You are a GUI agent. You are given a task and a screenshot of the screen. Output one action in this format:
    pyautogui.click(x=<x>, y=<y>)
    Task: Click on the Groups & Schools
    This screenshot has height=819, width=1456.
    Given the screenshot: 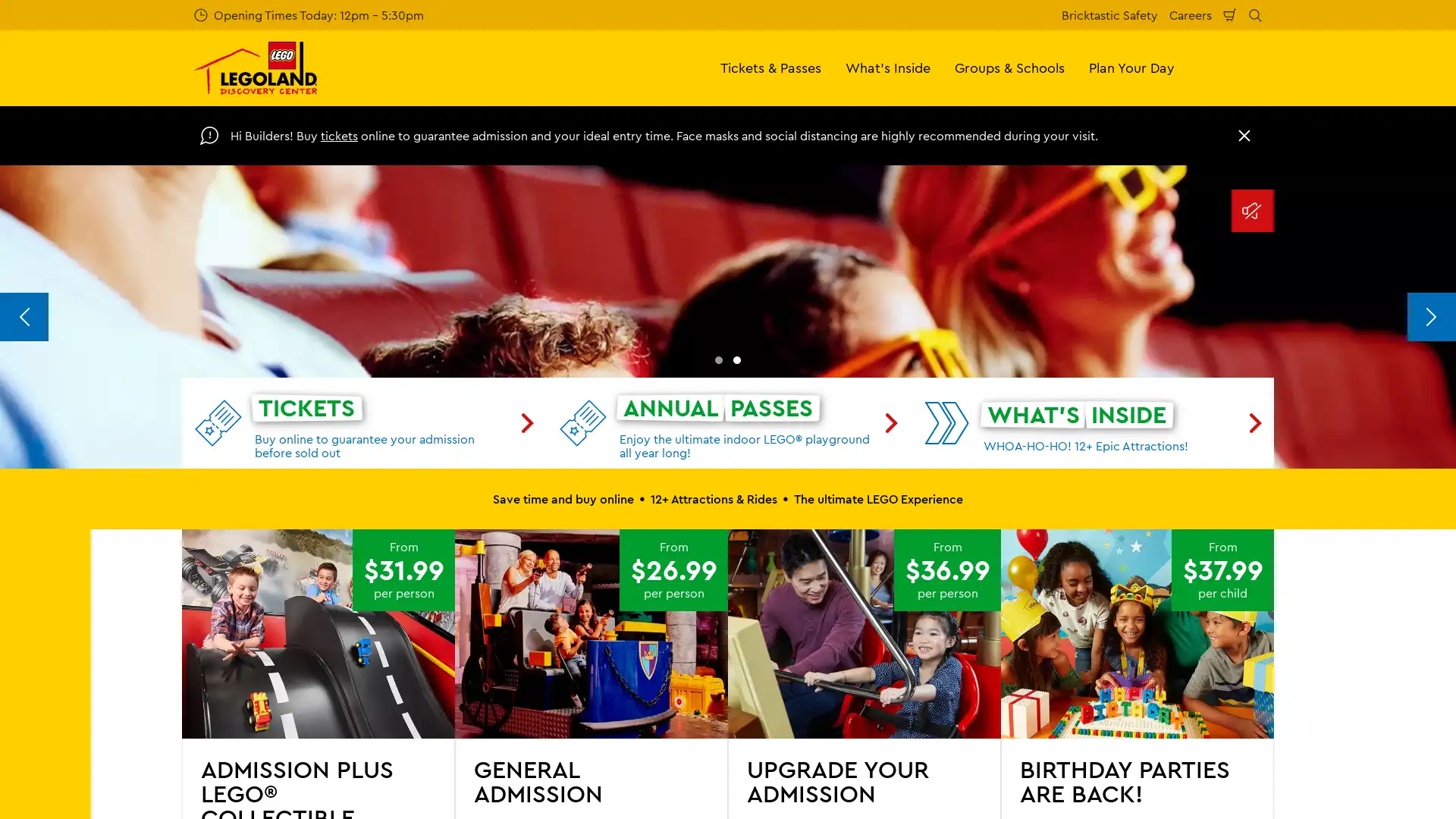 What is the action you would take?
    pyautogui.click(x=1009, y=67)
    